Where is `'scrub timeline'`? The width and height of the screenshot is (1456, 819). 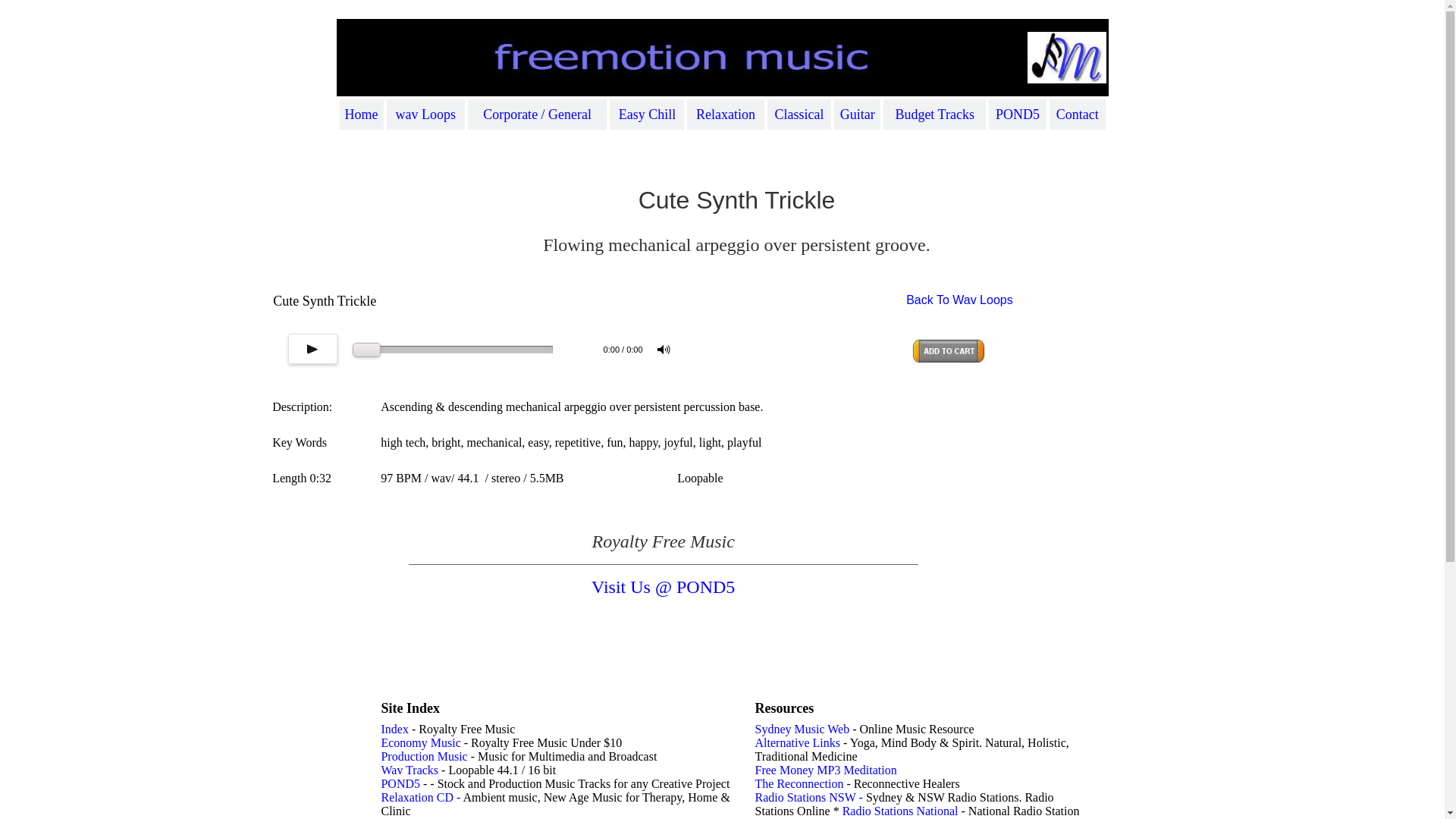
'scrub timeline' is located at coordinates (452, 350).